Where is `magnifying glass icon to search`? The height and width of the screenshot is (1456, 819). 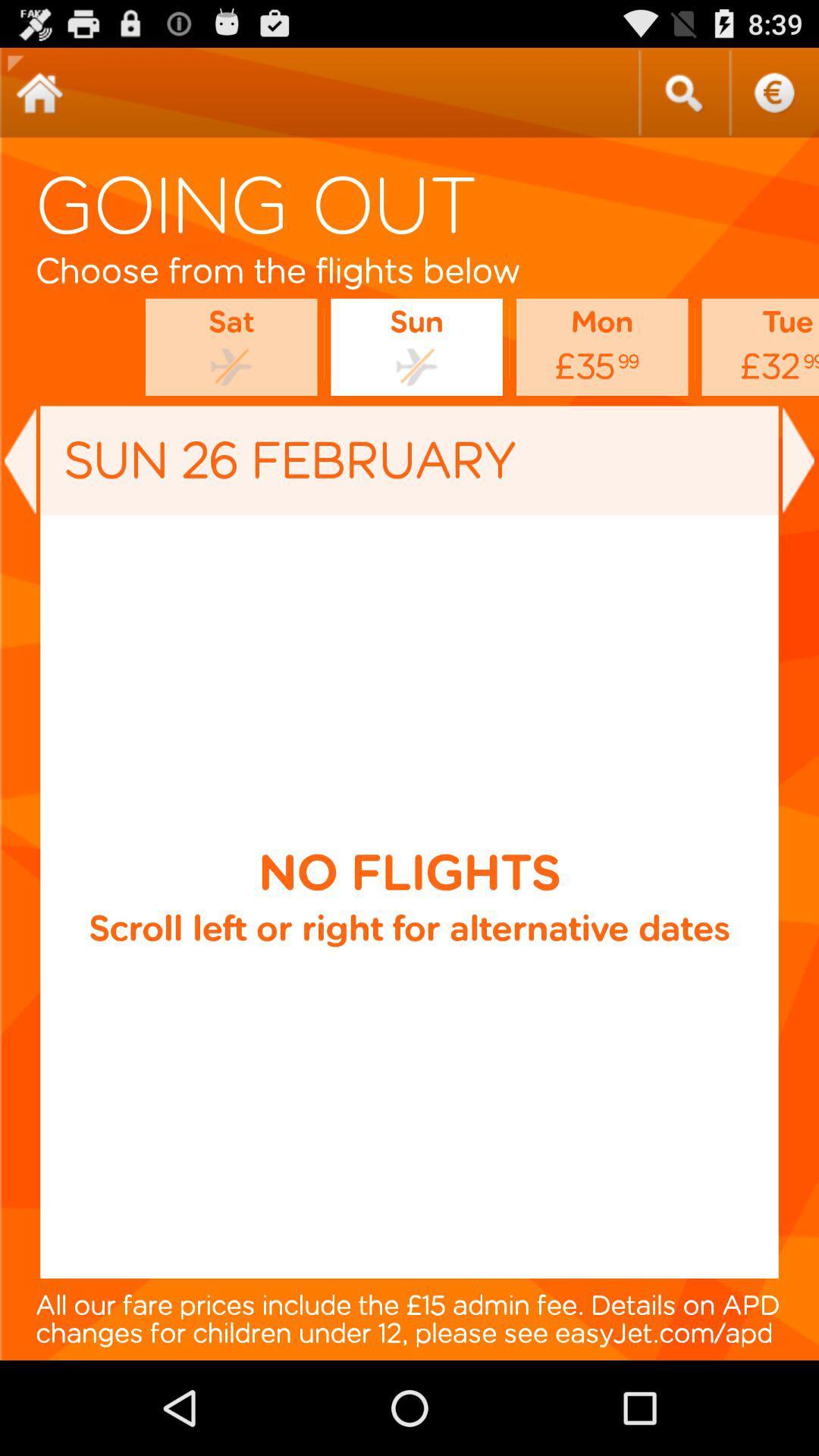
magnifying glass icon to search is located at coordinates (683, 92).